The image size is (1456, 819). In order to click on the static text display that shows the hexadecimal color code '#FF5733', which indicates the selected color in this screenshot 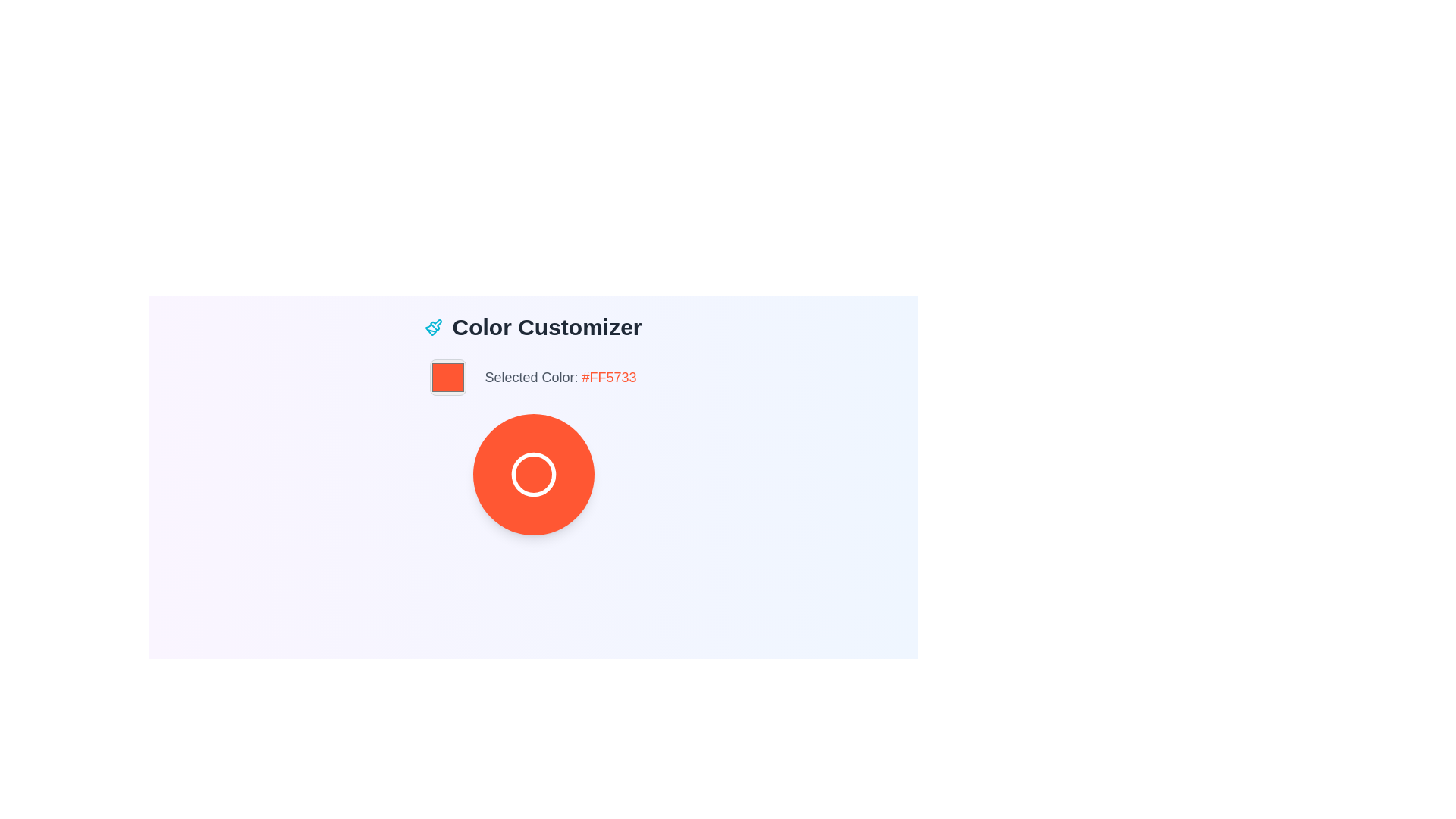, I will do `click(609, 376)`.